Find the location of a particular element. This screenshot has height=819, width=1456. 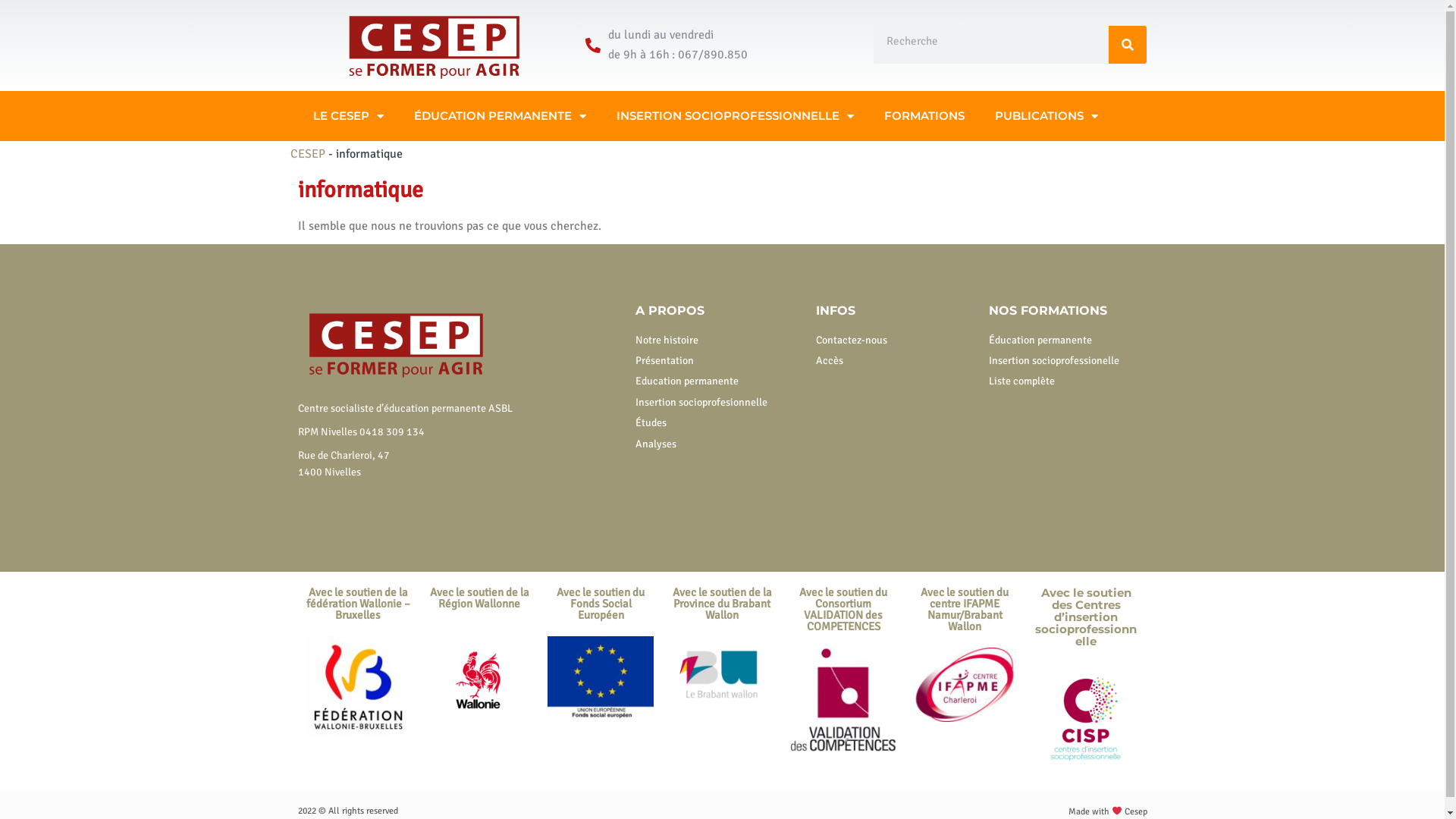

'FORMATIONS' is located at coordinates (924, 115).